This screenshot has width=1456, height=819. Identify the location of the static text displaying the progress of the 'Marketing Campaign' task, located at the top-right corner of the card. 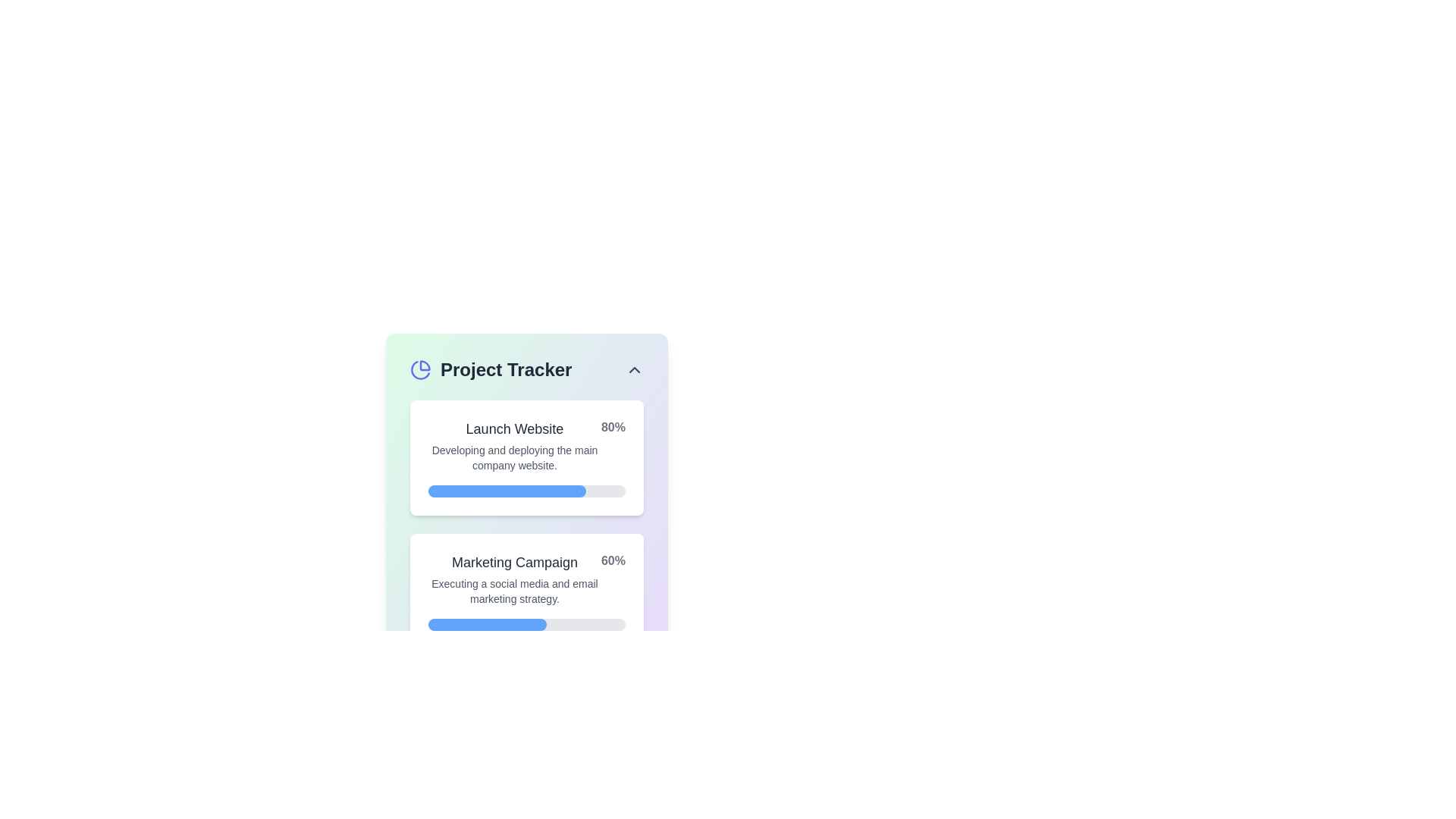
(613, 561).